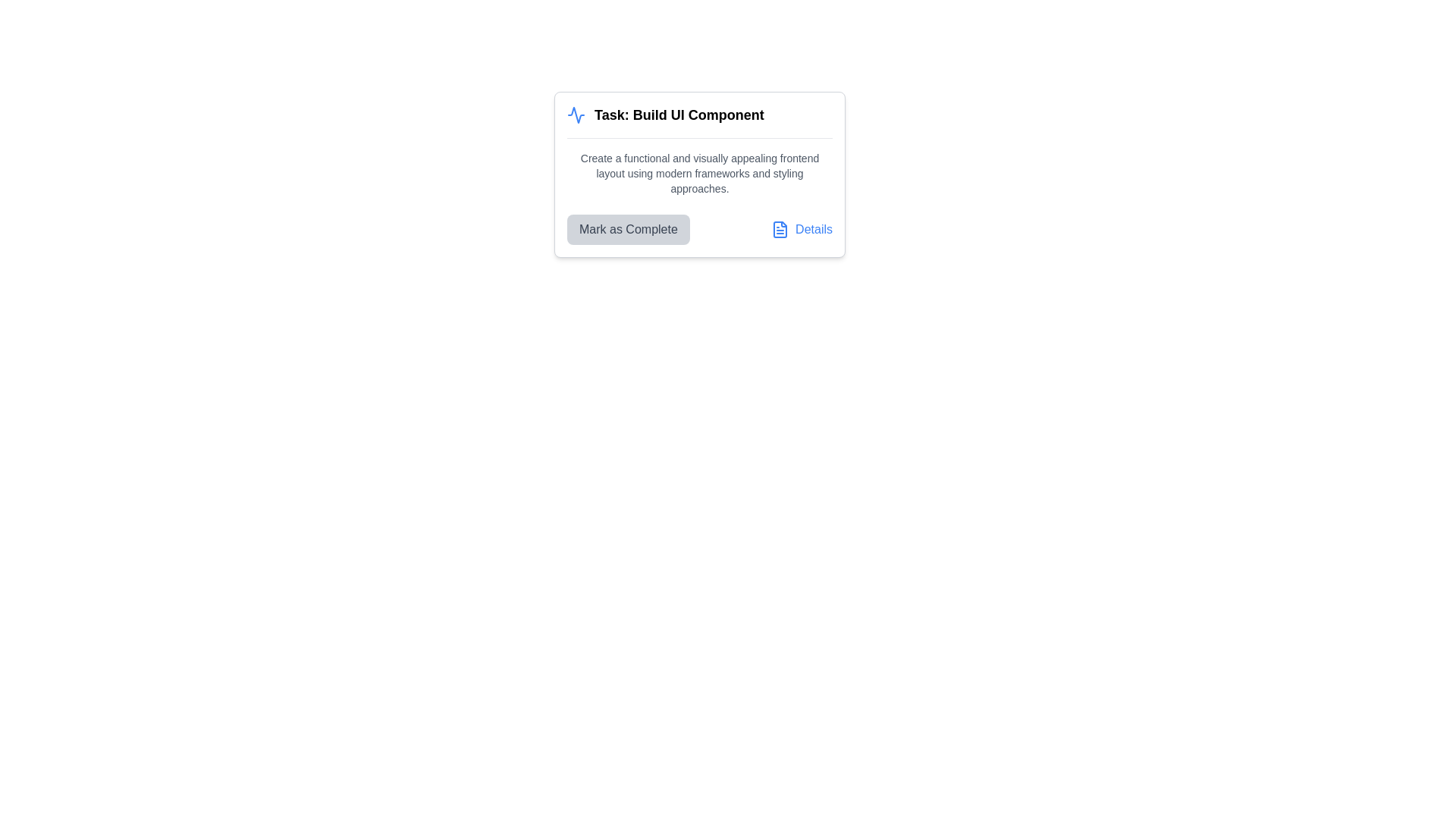  I want to click on the Text header with an icon that displays 'Task: Build UI Component', which is styled prominently and located at the top of the card interface, so click(698, 120).